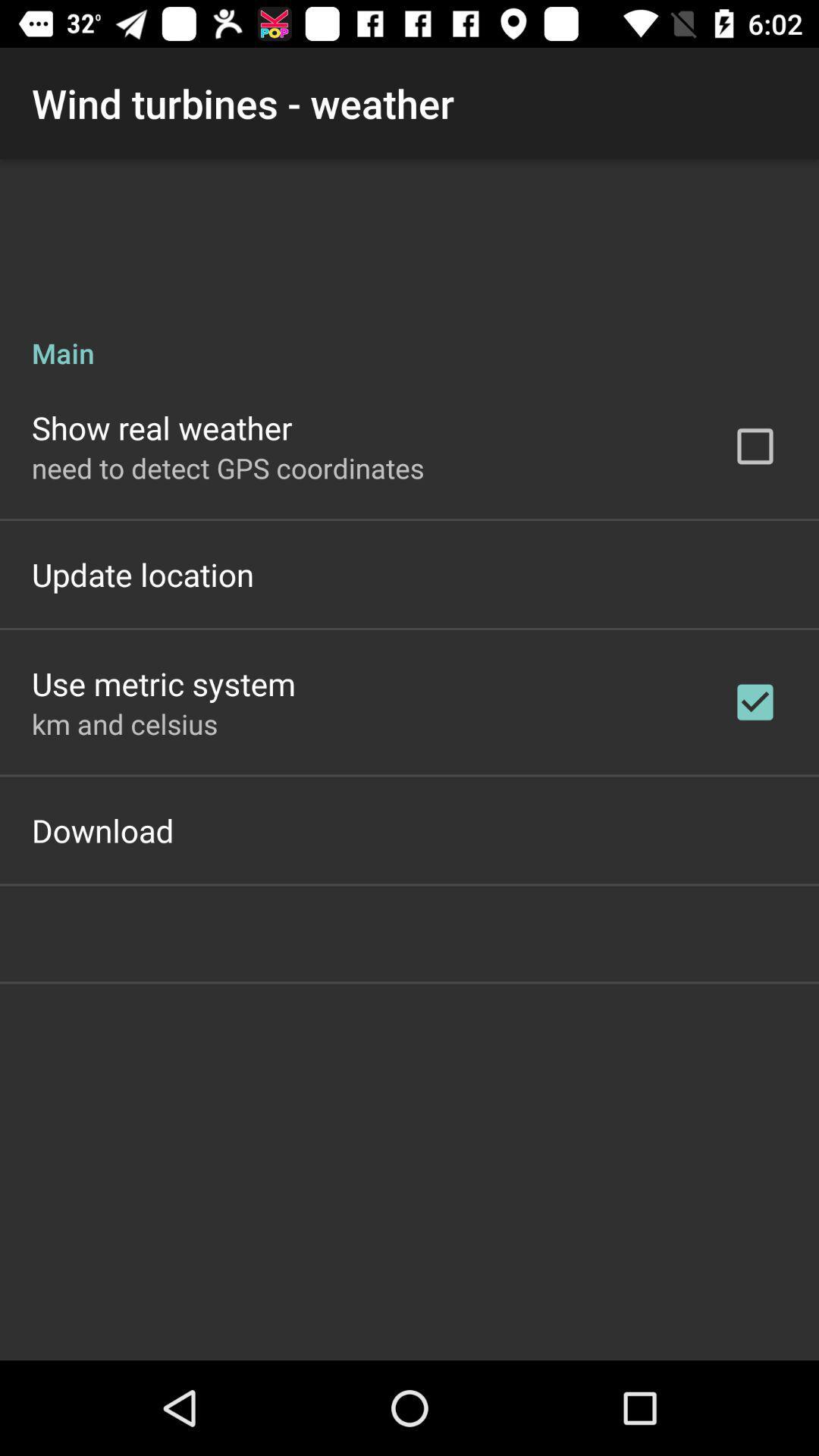 This screenshot has width=819, height=1456. What do you see at coordinates (162, 427) in the screenshot?
I see `app below the main item` at bounding box center [162, 427].